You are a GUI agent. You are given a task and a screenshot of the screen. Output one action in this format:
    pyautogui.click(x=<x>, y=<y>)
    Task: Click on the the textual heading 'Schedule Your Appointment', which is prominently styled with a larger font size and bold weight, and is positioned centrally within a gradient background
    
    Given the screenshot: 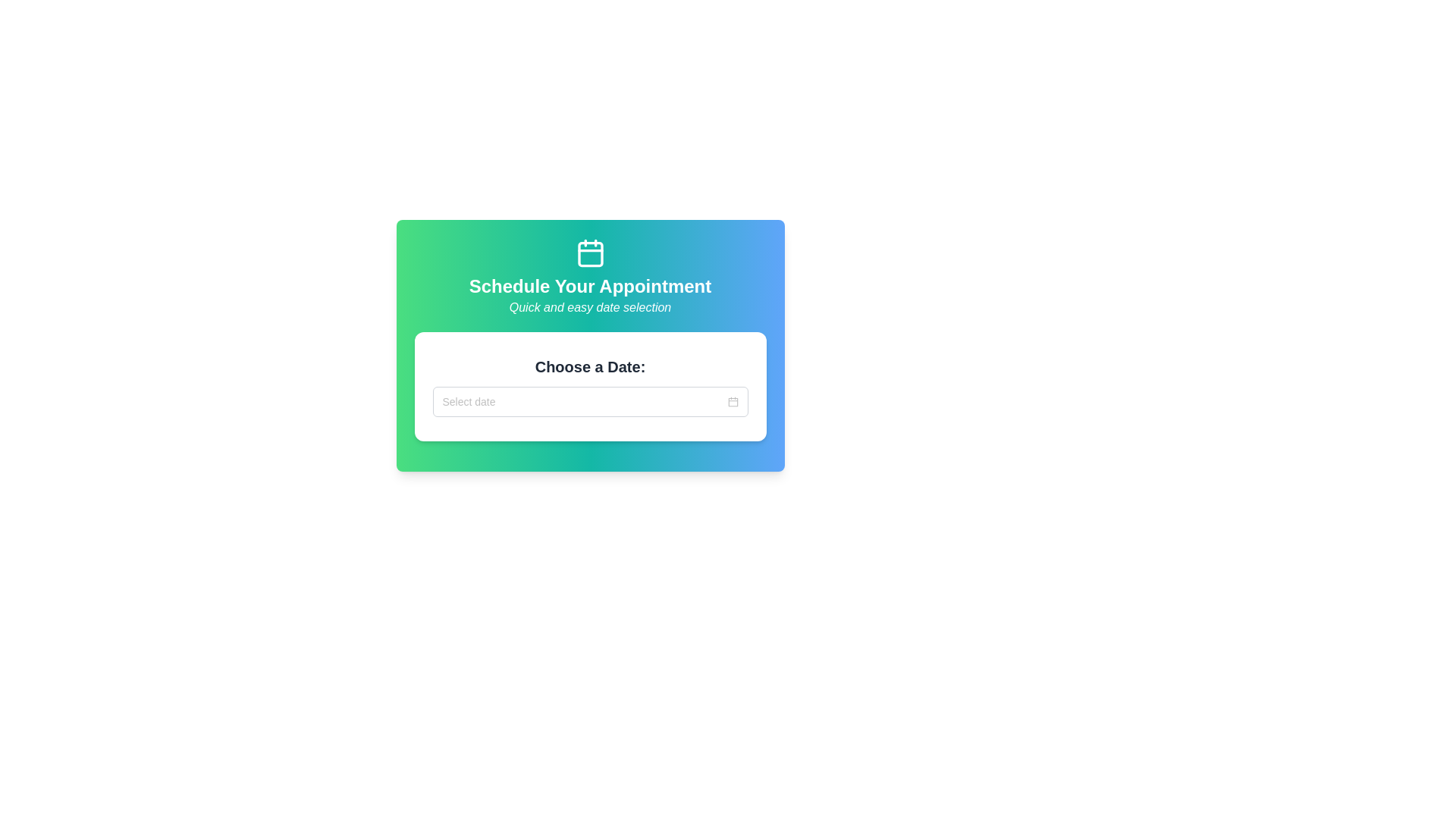 What is the action you would take?
    pyautogui.click(x=589, y=287)
    